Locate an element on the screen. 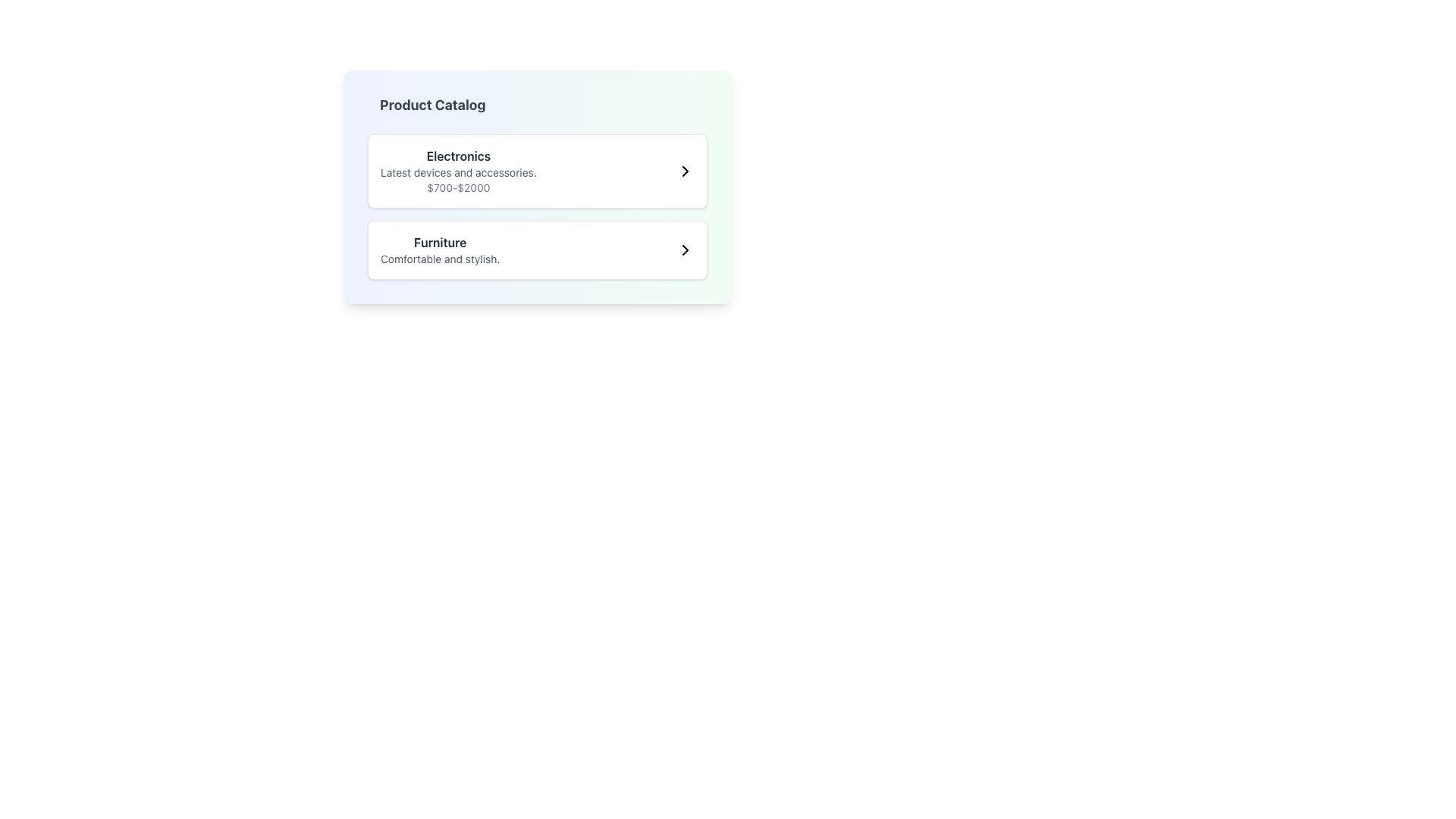 The width and height of the screenshot is (1456, 819). the informational text block titled 'Electronics' that displays a price range of '$700-$2000' at the top of the 'Product Catalog' is located at coordinates (457, 171).